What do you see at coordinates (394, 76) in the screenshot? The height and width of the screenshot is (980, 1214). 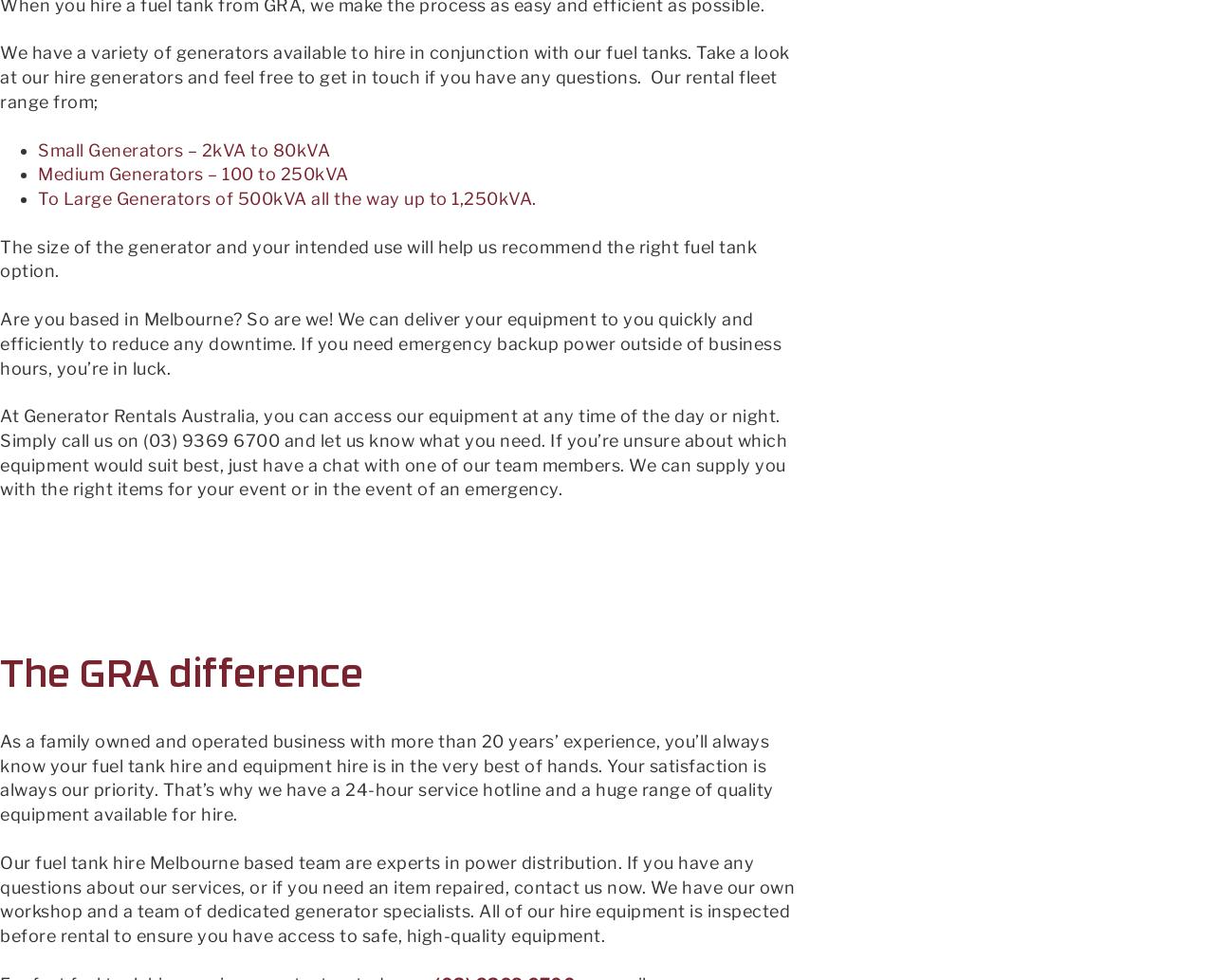 I see `'We have a variety of generators available to hire in conjunction with our fuel tanks. Take a look at our hire generators and feel free to get in touch if you have any questions.  Our rental fleet range from;'` at bounding box center [394, 76].